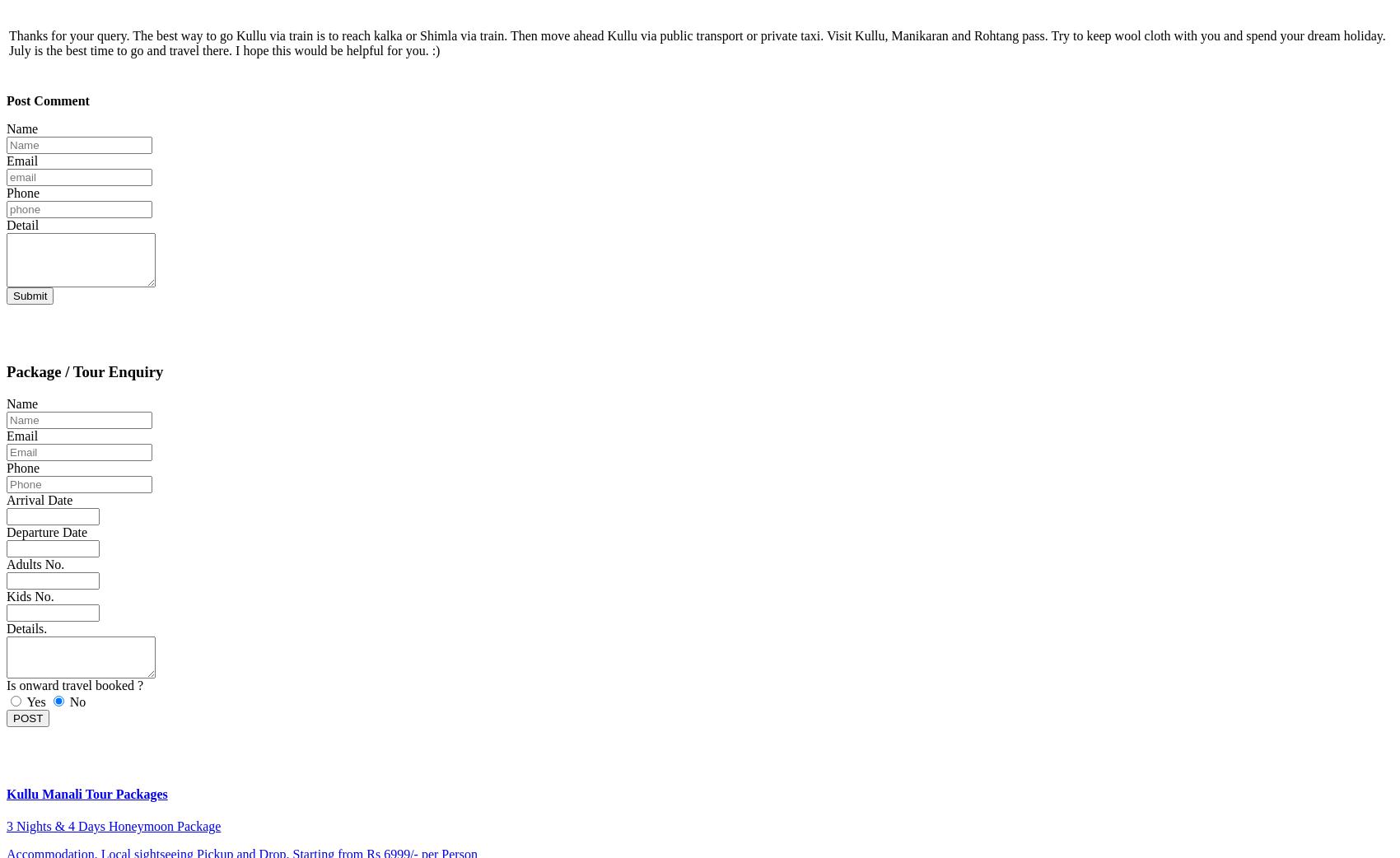 This screenshot has height=858, width=1400. What do you see at coordinates (26, 627) in the screenshot?
I see `'Details.'` at bounding box center [26, 627].